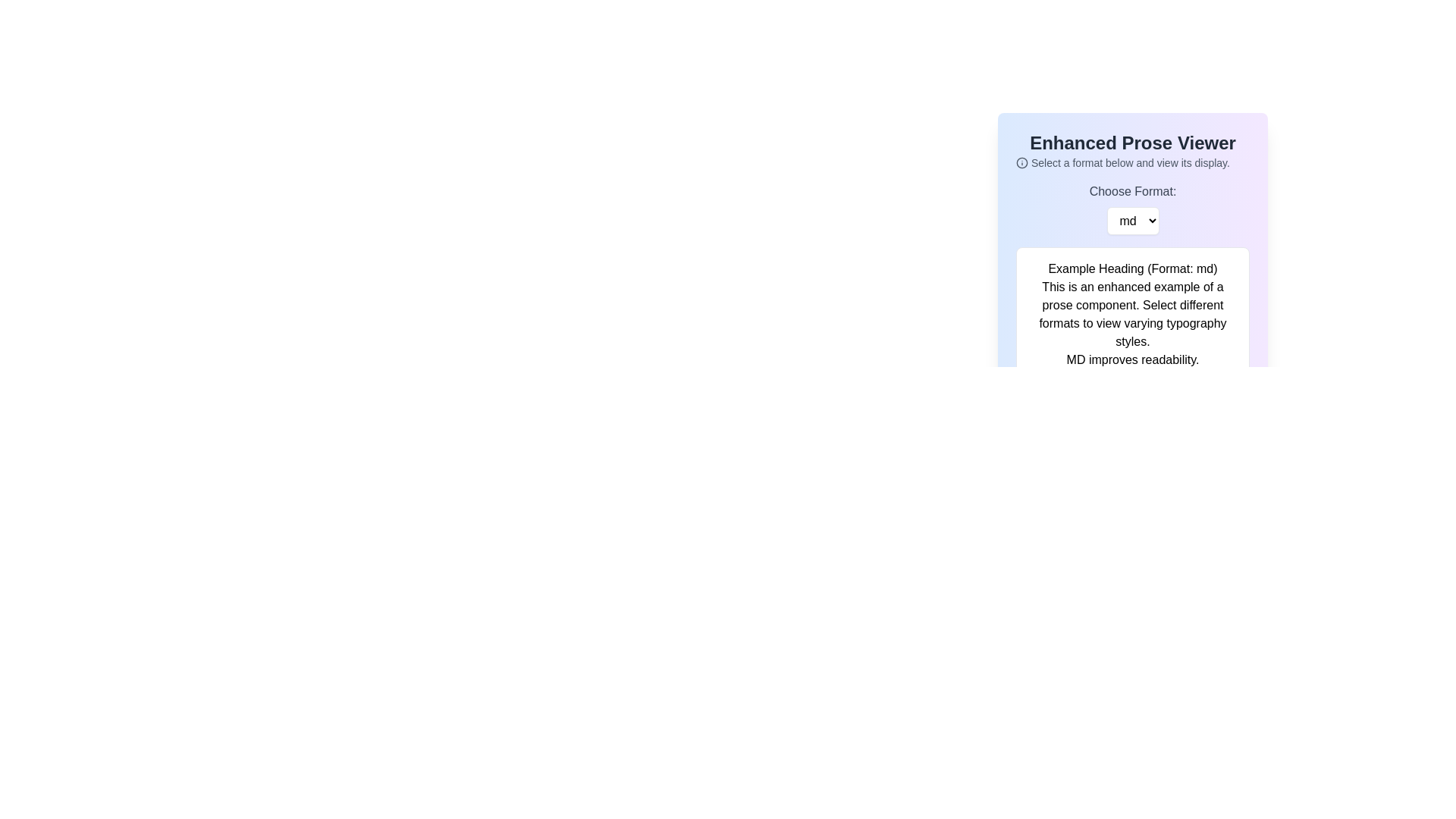 The width and height of the screenshot is (1456, 819). Describe the element at coordinates (1132, 268) in the screenshot. I see `the text content of the Heading element located at the top of the card, which serves as the title for the content below` at that location.